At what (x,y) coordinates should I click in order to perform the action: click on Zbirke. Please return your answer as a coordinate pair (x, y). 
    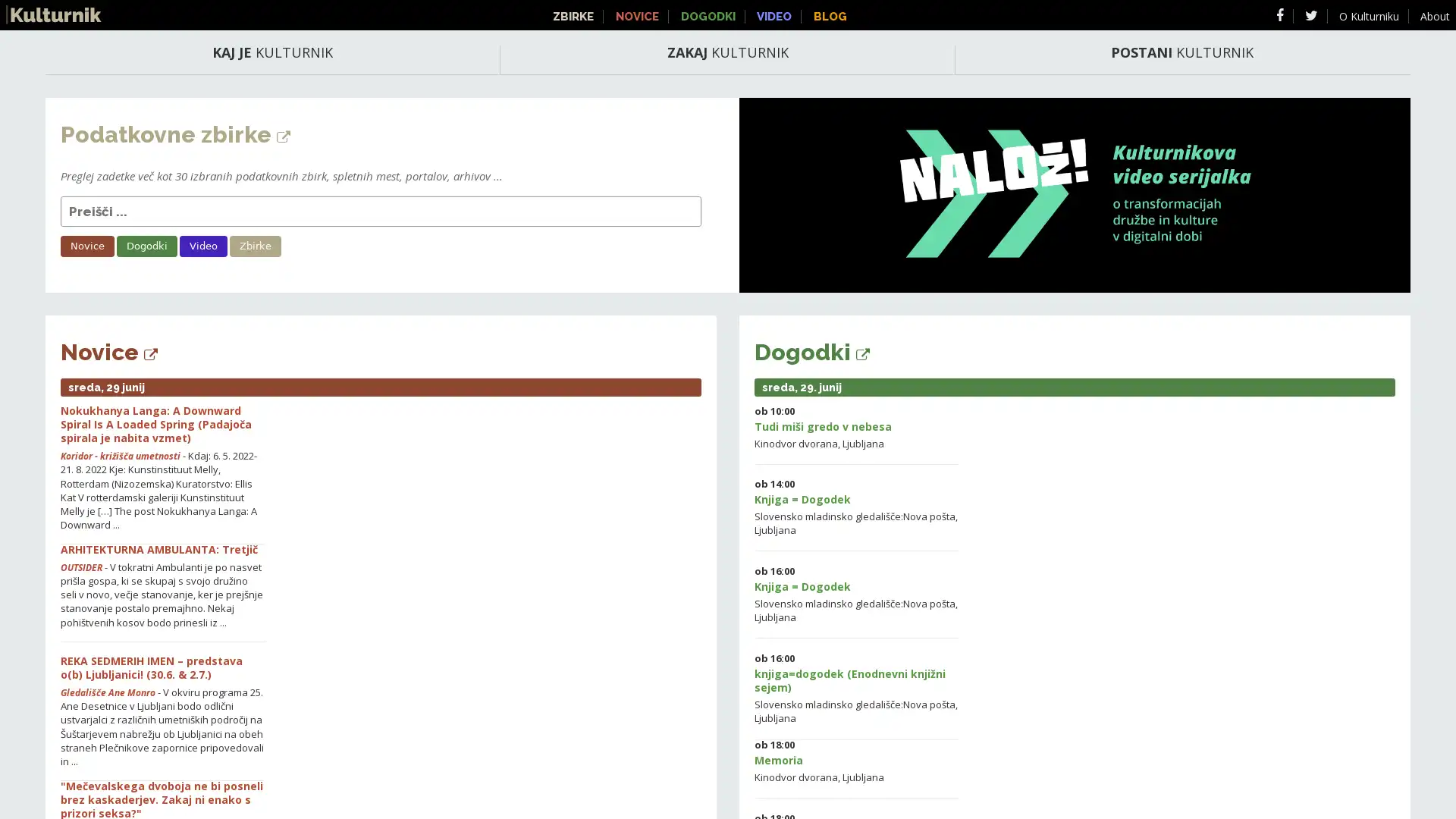
    Looking at the image, I should click on (255, 245).